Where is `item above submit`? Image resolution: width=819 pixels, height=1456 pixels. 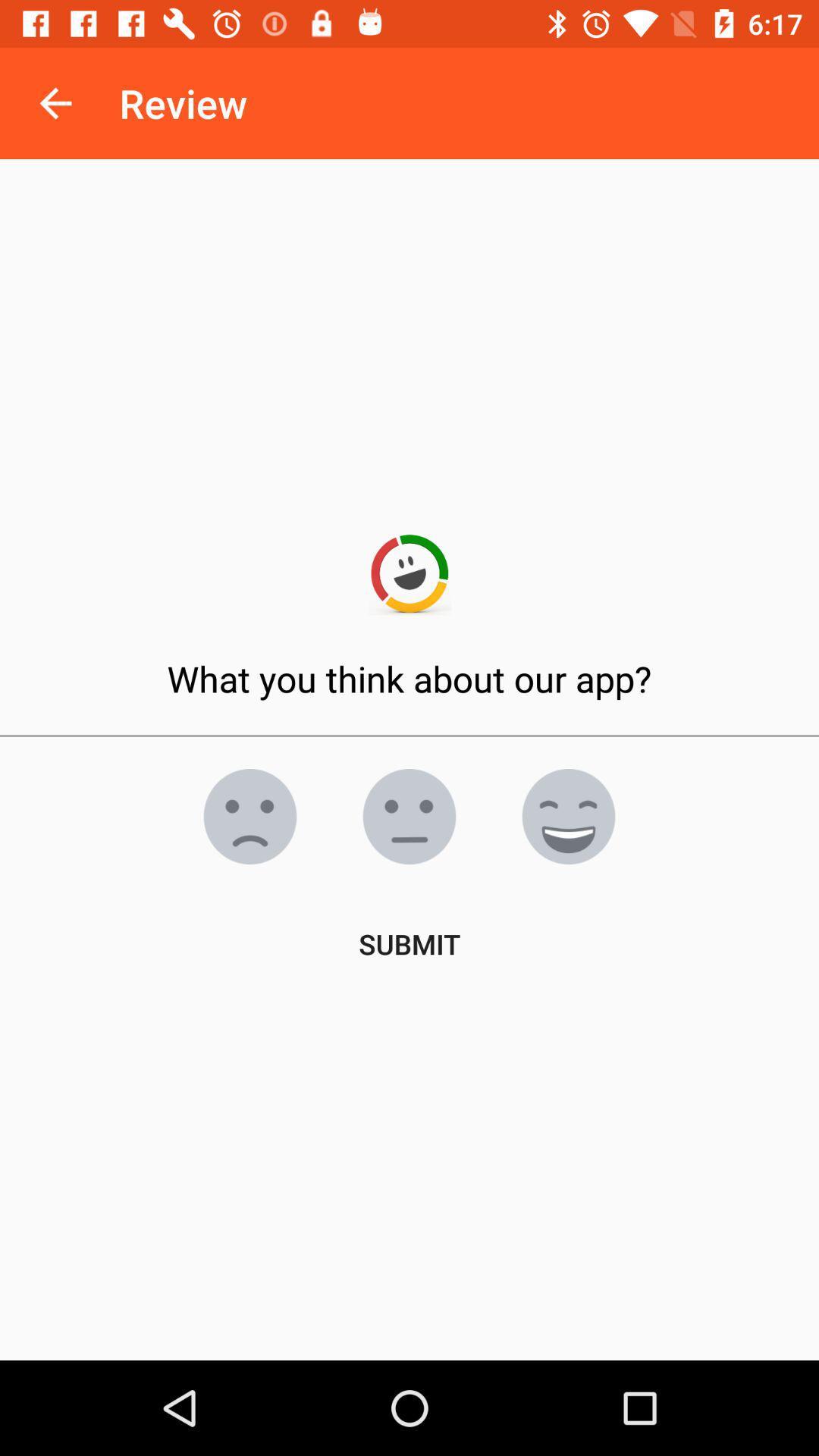
item above submit is located at coordinates (249, 815).